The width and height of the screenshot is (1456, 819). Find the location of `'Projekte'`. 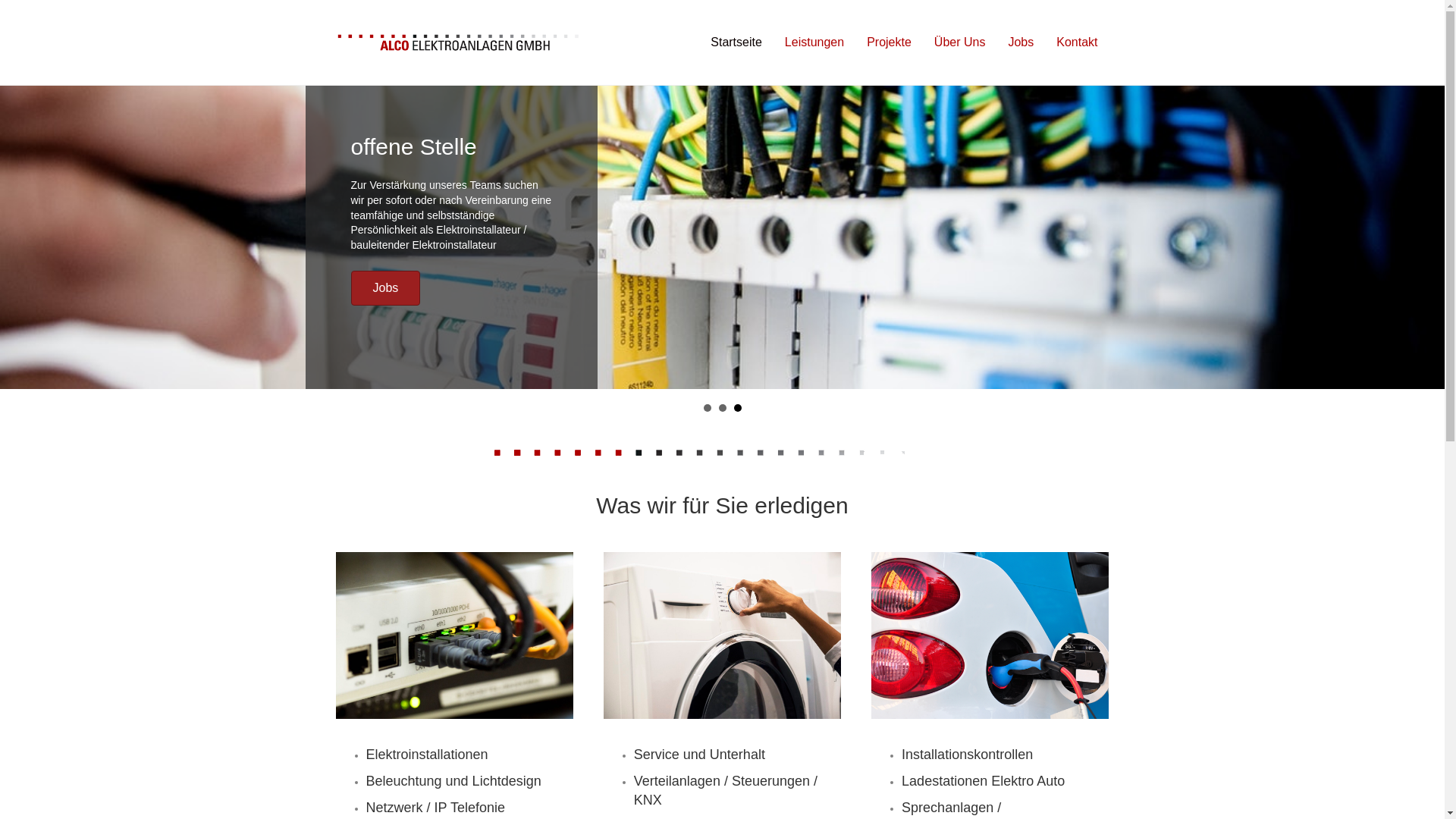

'Projekte' is located at coordinates (889, 42).